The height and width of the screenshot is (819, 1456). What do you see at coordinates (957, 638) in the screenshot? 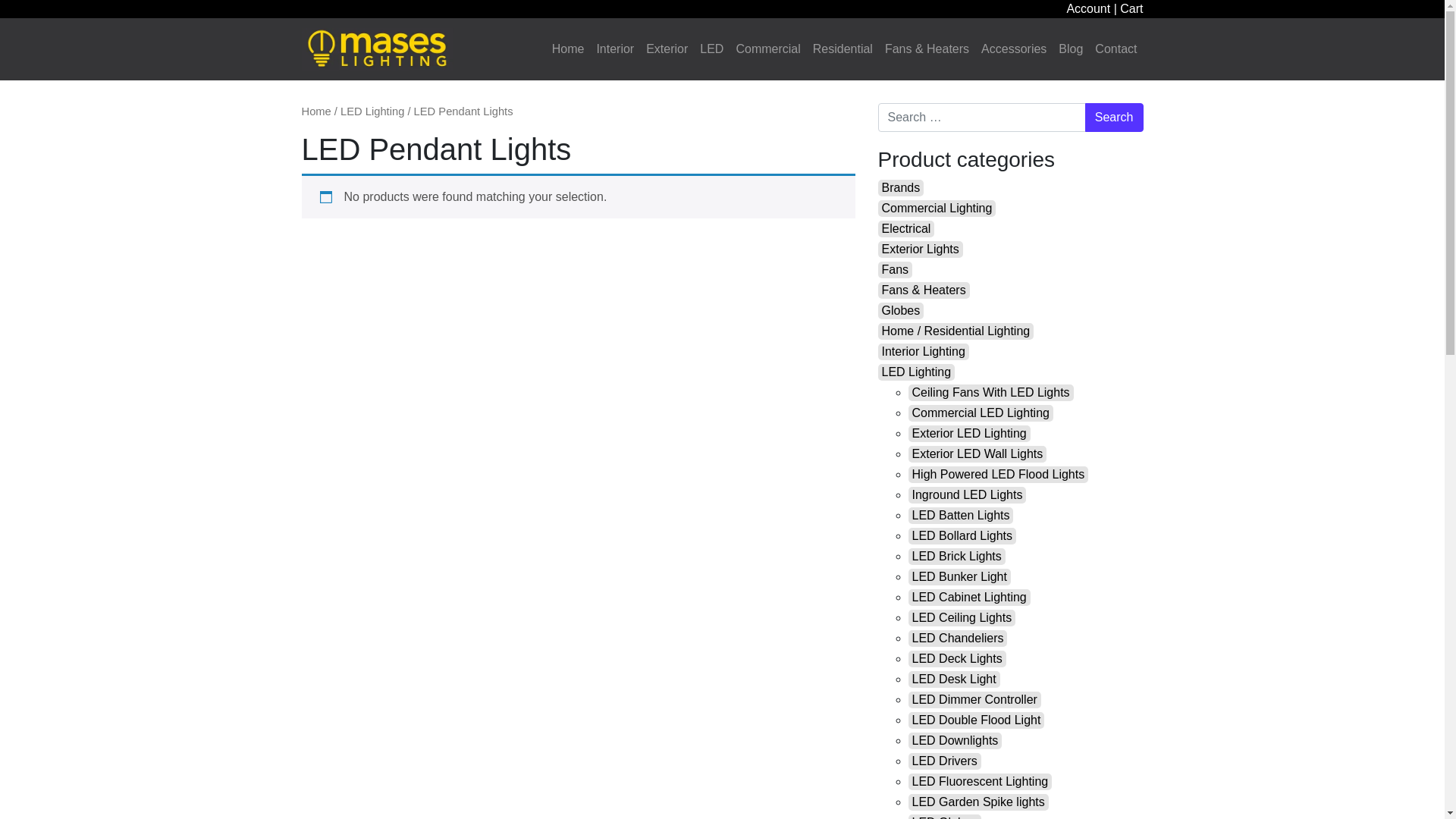
I see `'LED Chandeliers'` at bounding box center [957, 638].